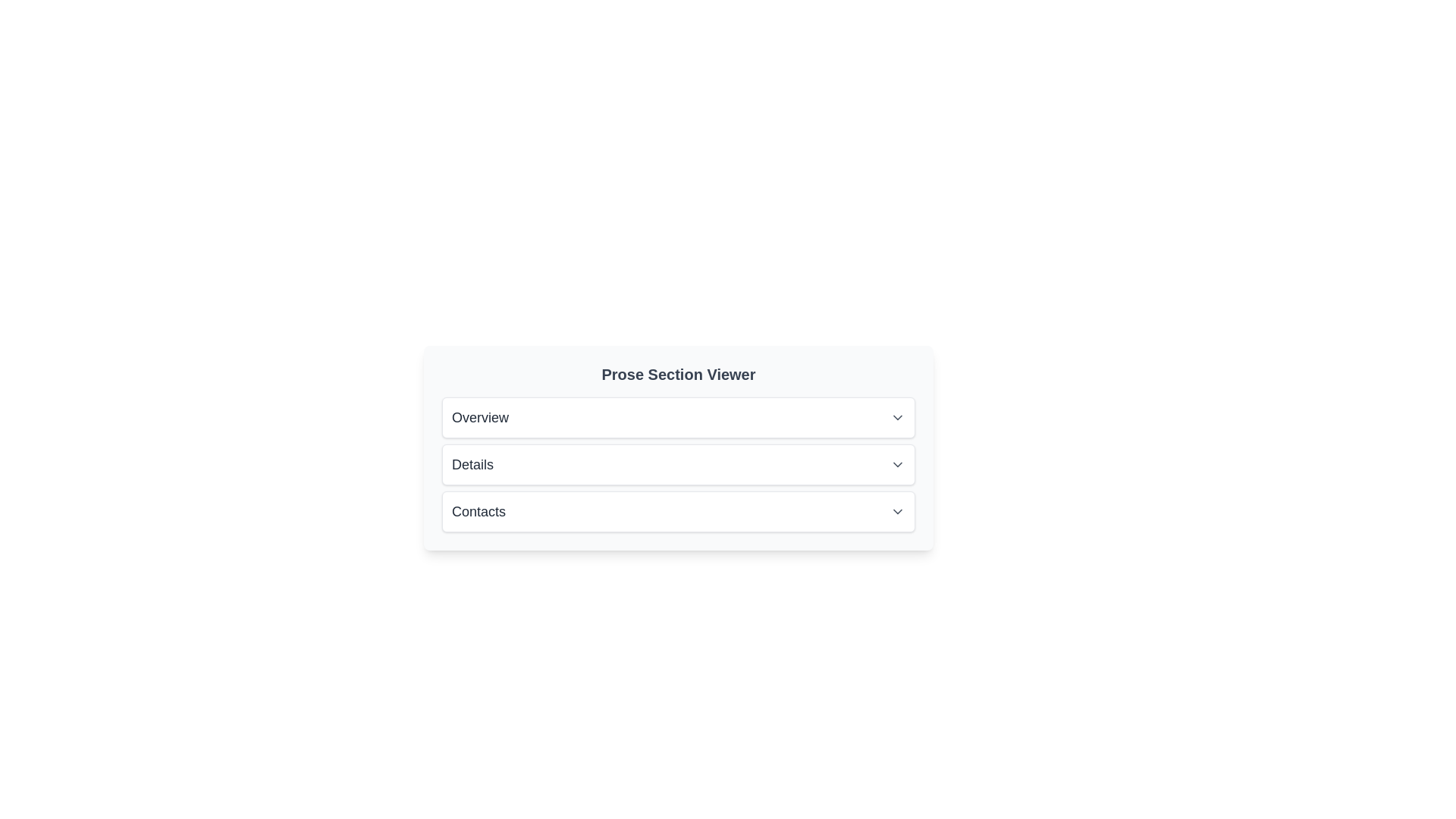 The width and height of the screenshot is (1456, 819). What do you see at coordinates (677, 512) in the screenshot?
I see `the 'Contacts' dropdown menu element, which is the third in a vertically stacked list` at bounding box center [677, 512].